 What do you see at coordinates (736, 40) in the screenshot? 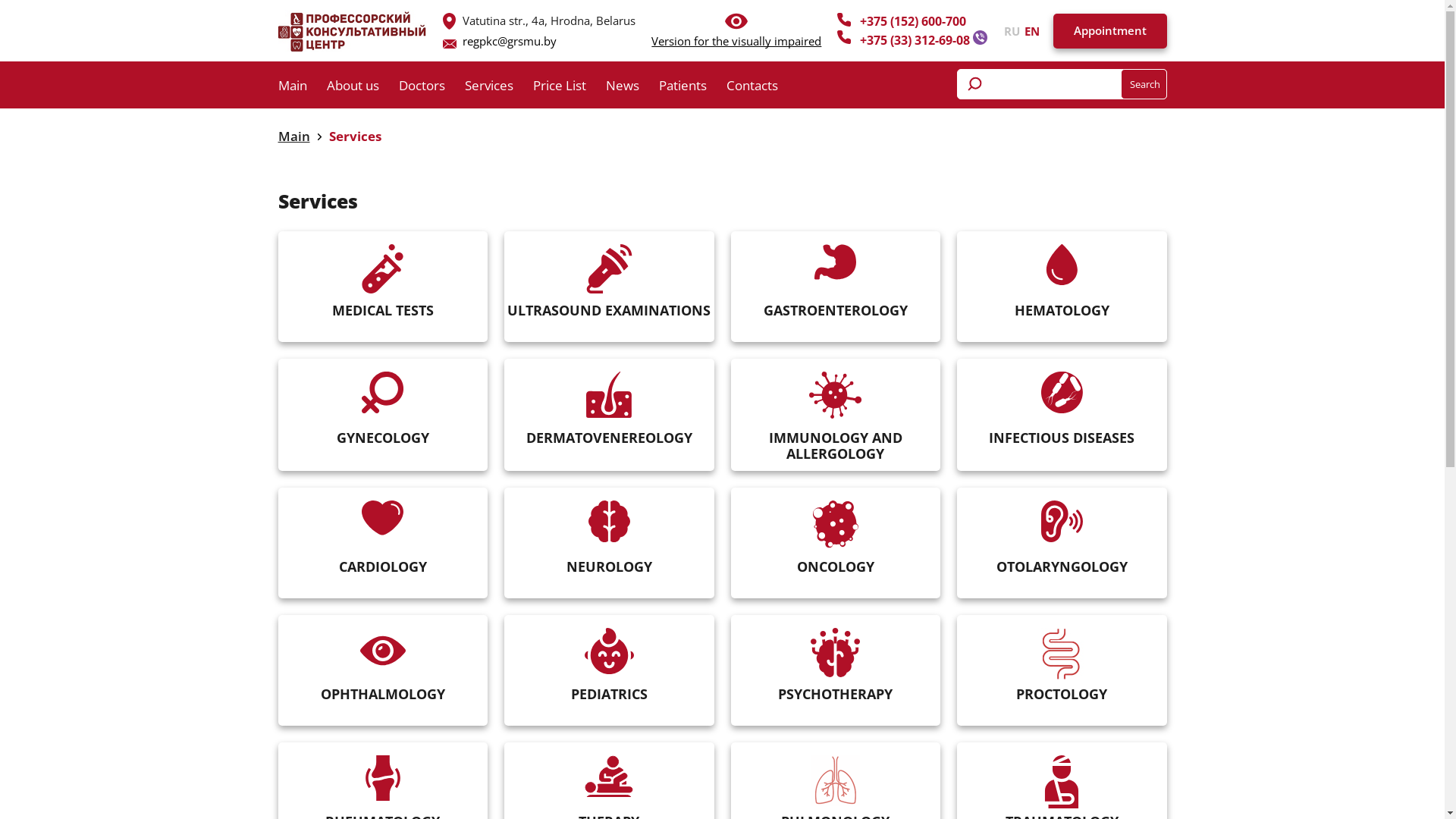
I see `'Version for the visually impaired'` at bounding box center [736, 40].